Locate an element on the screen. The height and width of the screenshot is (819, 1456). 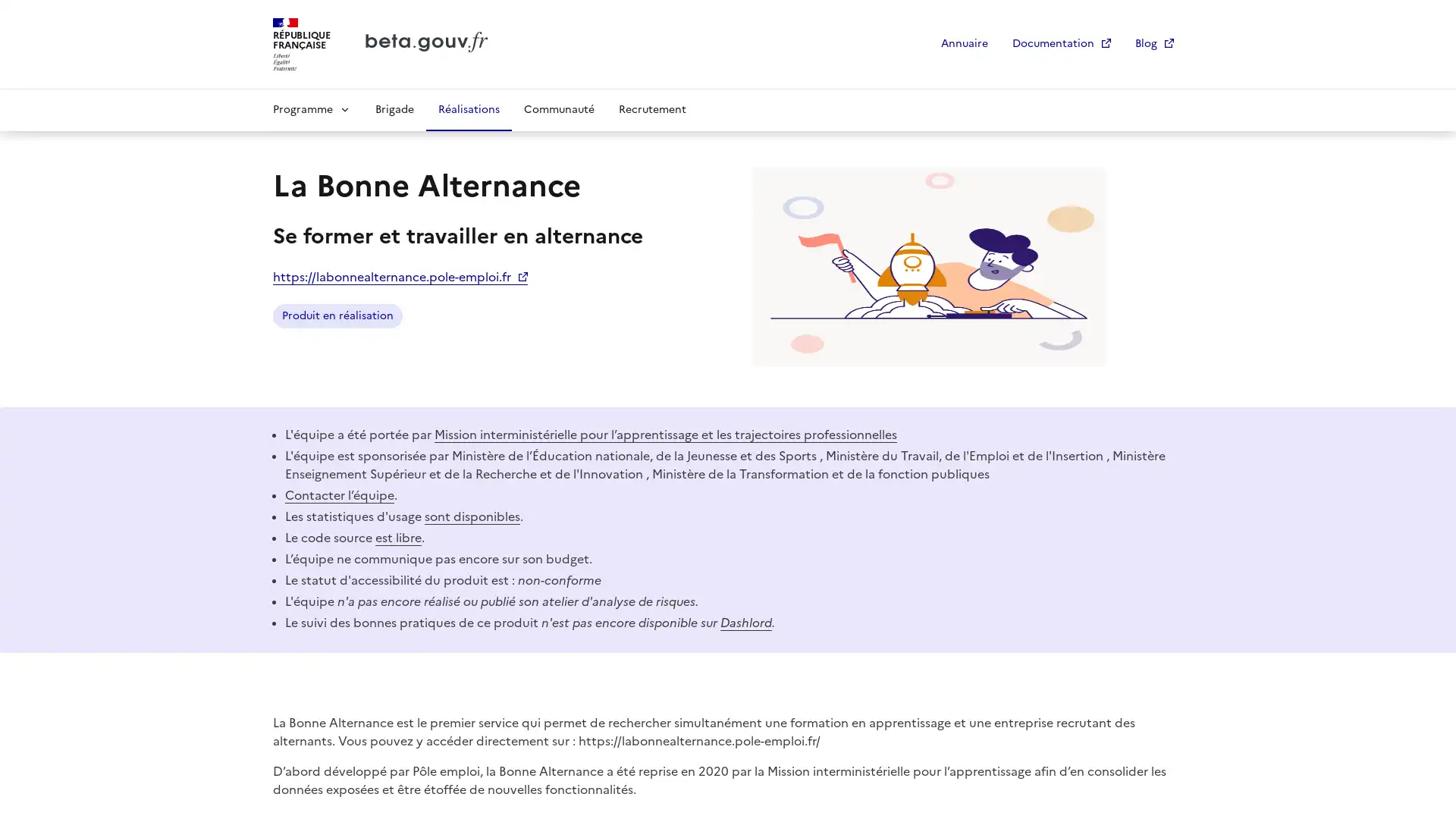
Programme is located at coordinates (311, 108).